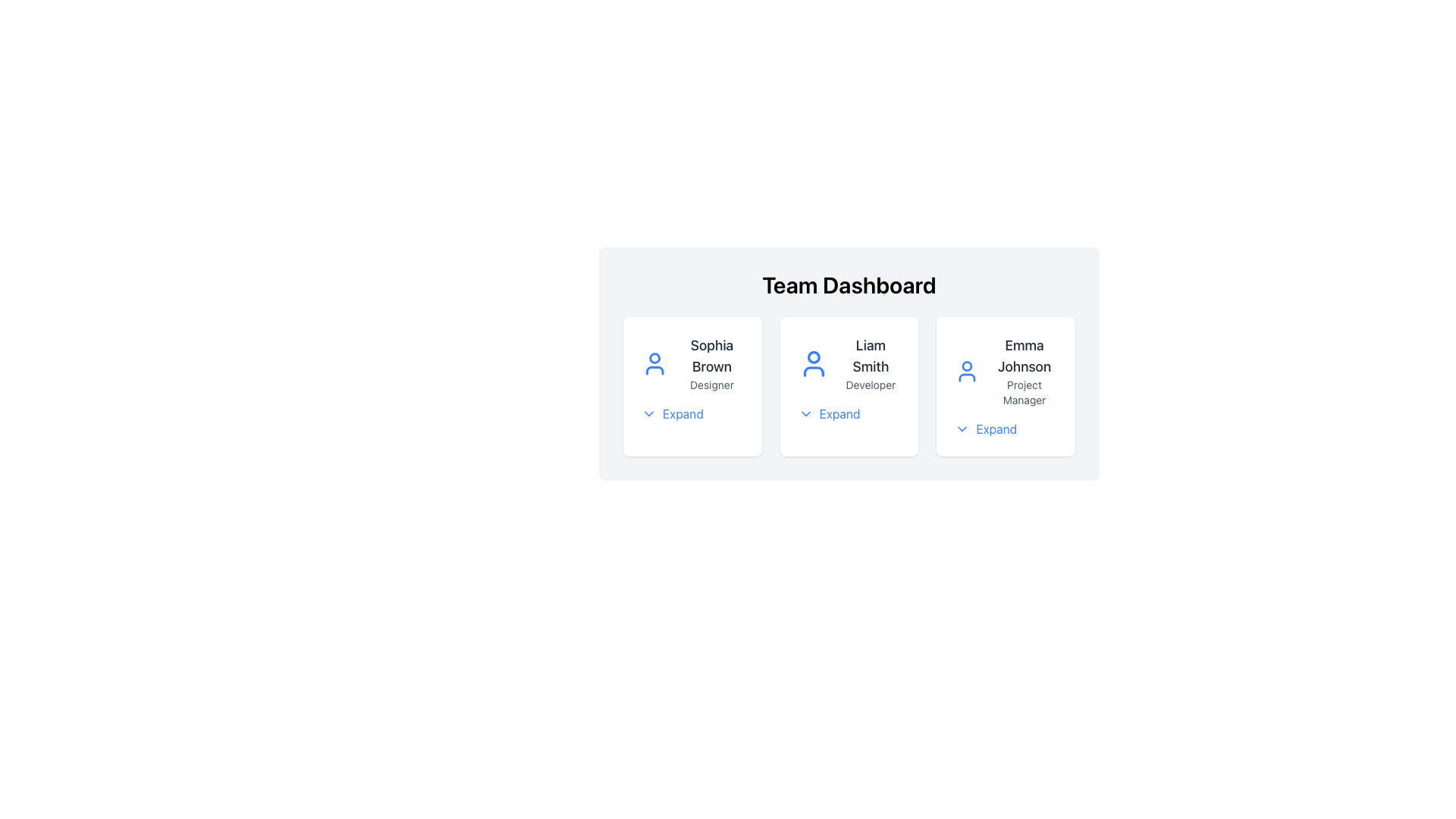 This screenshot has height=819, width=1456. What do you see at coordinates (813, 372) in the screenshot?
I see `the torso portion of the user icon, which is part of an SVG icon located in the second card under the title 'Liam Smith'` at bounding box center [813, 372].